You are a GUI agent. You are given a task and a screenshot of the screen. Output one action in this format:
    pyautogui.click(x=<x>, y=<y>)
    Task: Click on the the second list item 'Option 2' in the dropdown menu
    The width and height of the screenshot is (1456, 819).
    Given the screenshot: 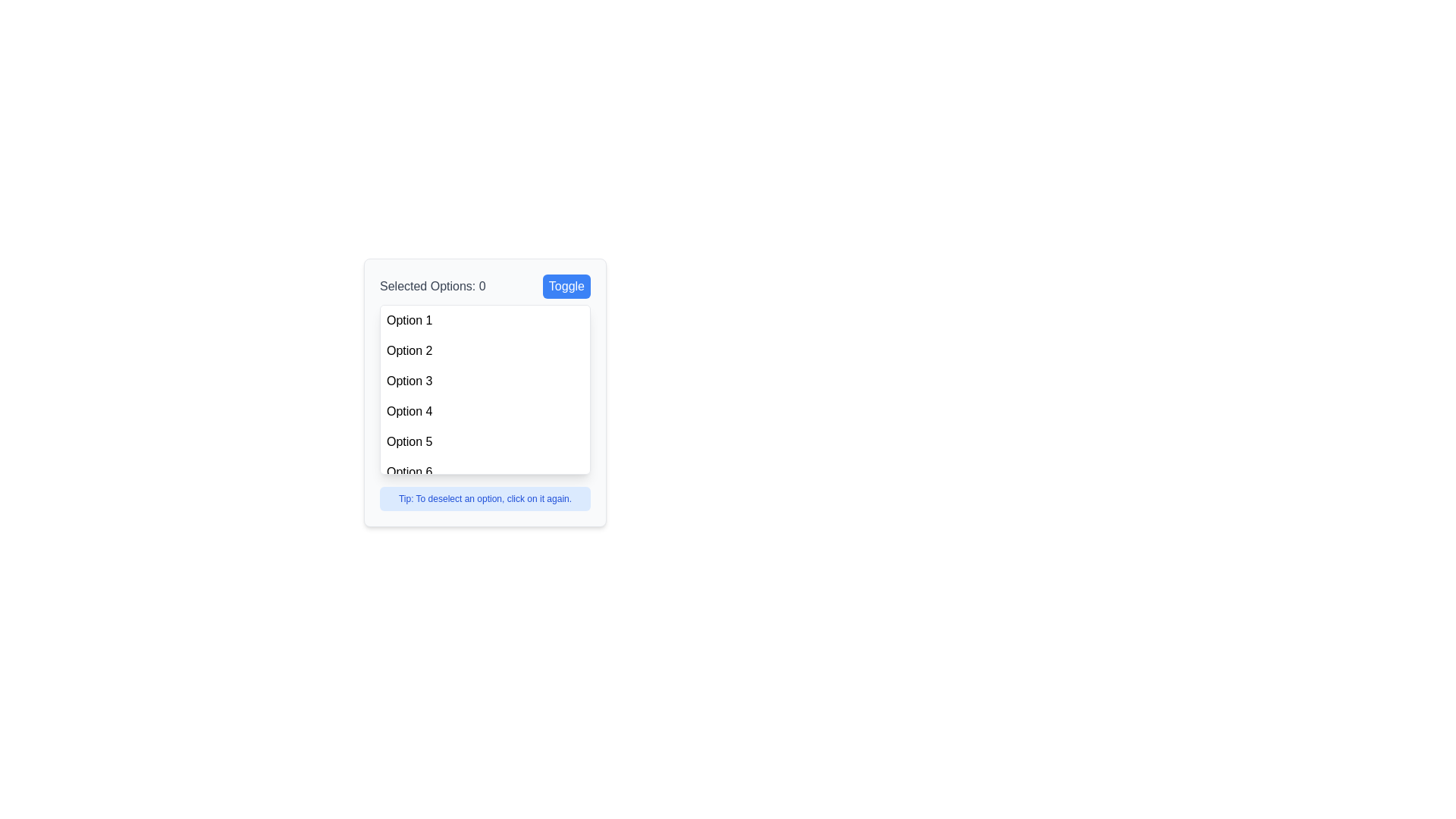 What is the action you would take?
    pyautogui.click(x=484, y=350)
    